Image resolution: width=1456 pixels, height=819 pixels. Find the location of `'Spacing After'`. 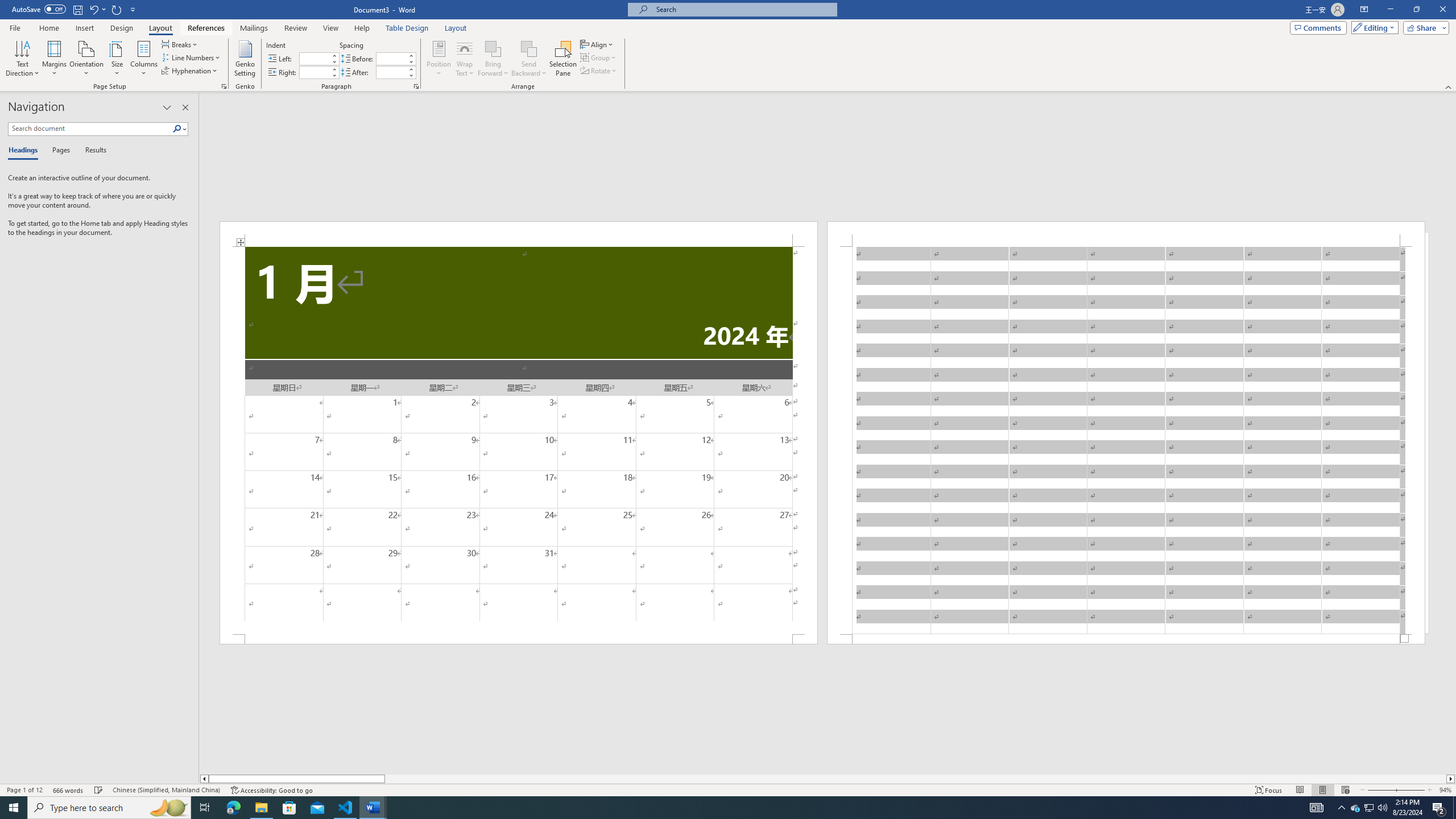

'Spacing After' is located at coordinates (391, 72).